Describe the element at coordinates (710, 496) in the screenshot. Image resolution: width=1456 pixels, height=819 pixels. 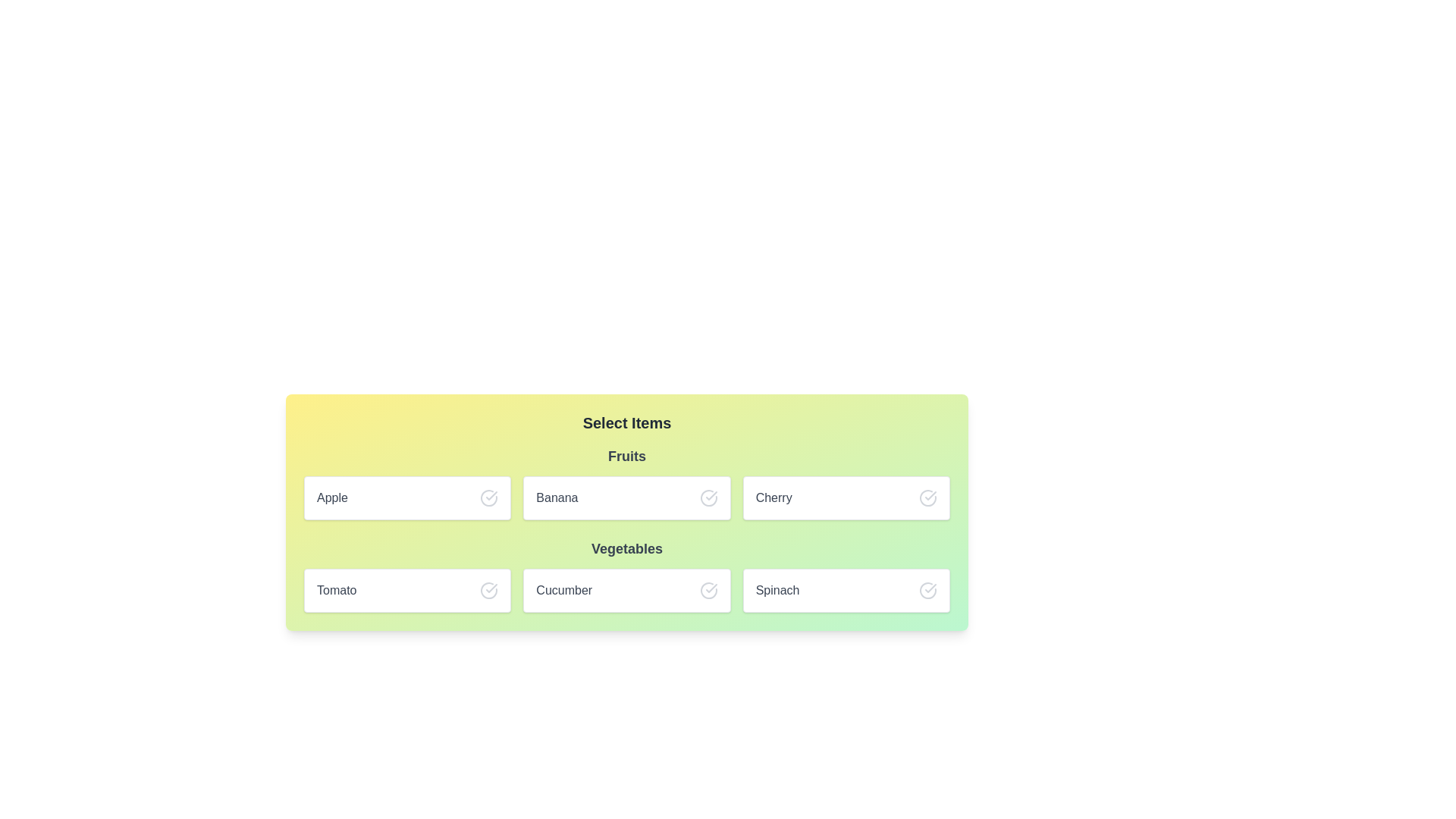
I see `checkmark icon within the circular outline located at the end of the Banana selection row in the Fruits section for developer tools` at that location.